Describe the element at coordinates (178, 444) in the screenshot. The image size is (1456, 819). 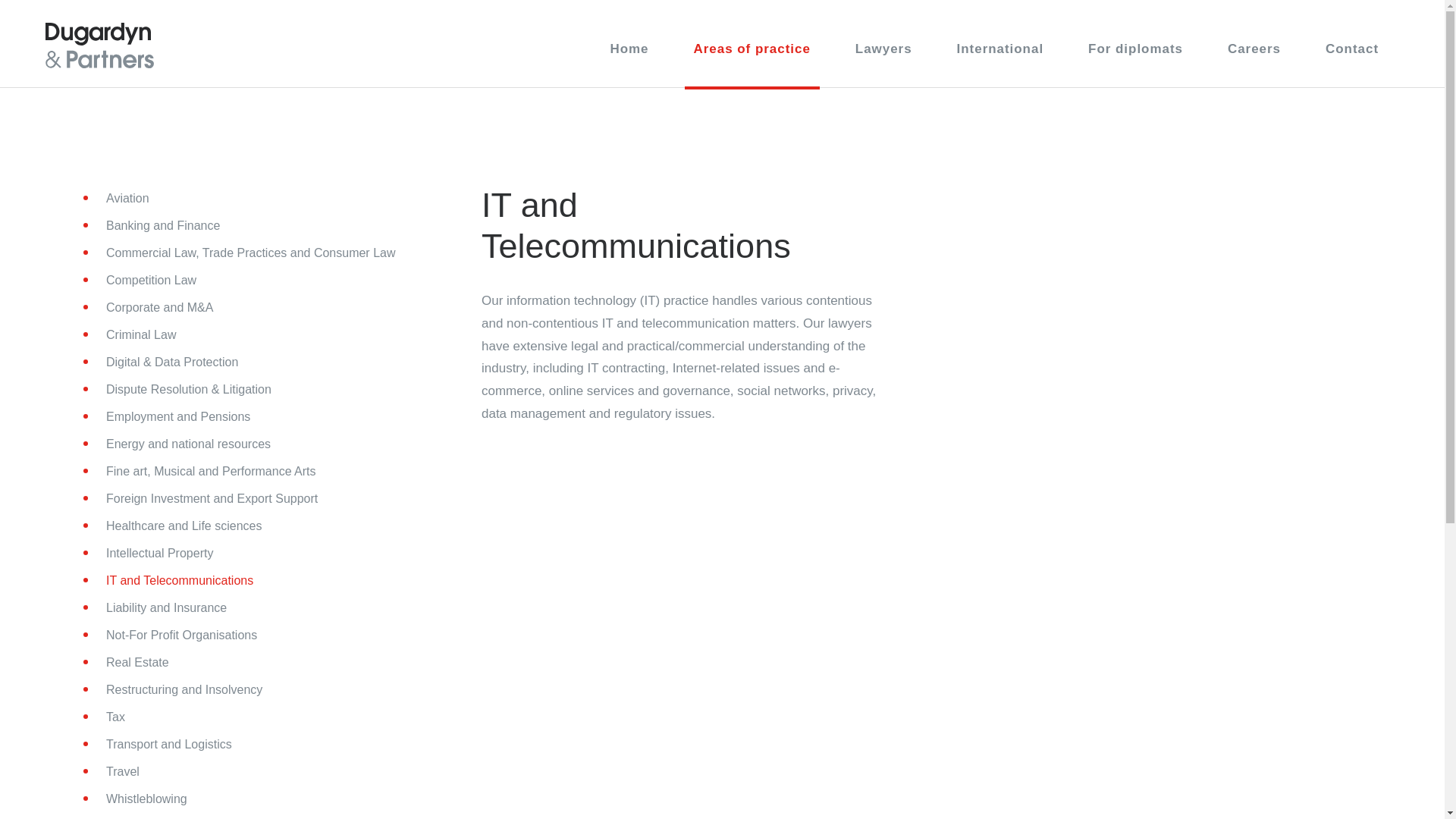
I see `'Energy and national resources'` at that location.